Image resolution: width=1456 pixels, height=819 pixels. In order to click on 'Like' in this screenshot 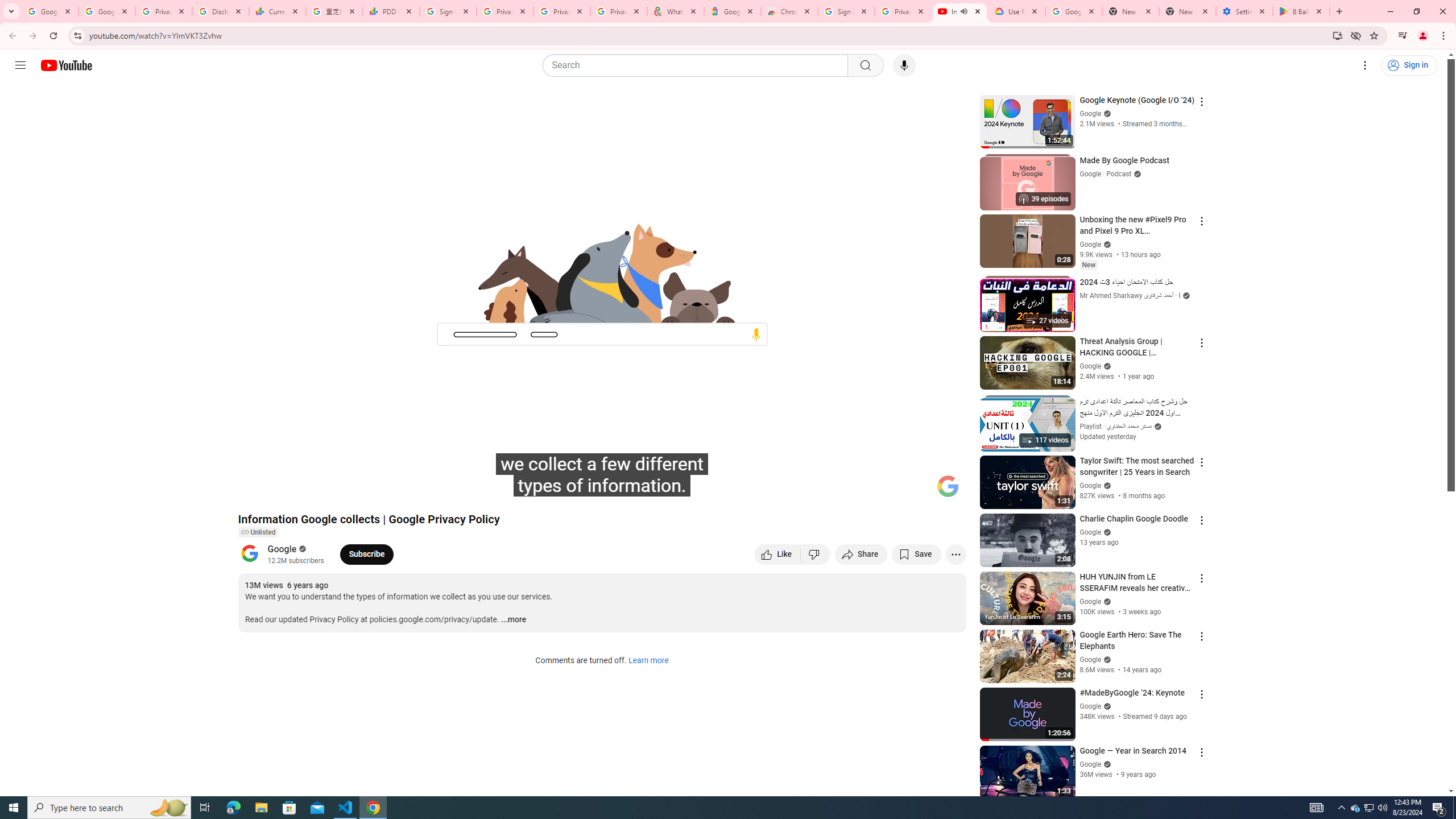, I will do `click(777, 553)`.